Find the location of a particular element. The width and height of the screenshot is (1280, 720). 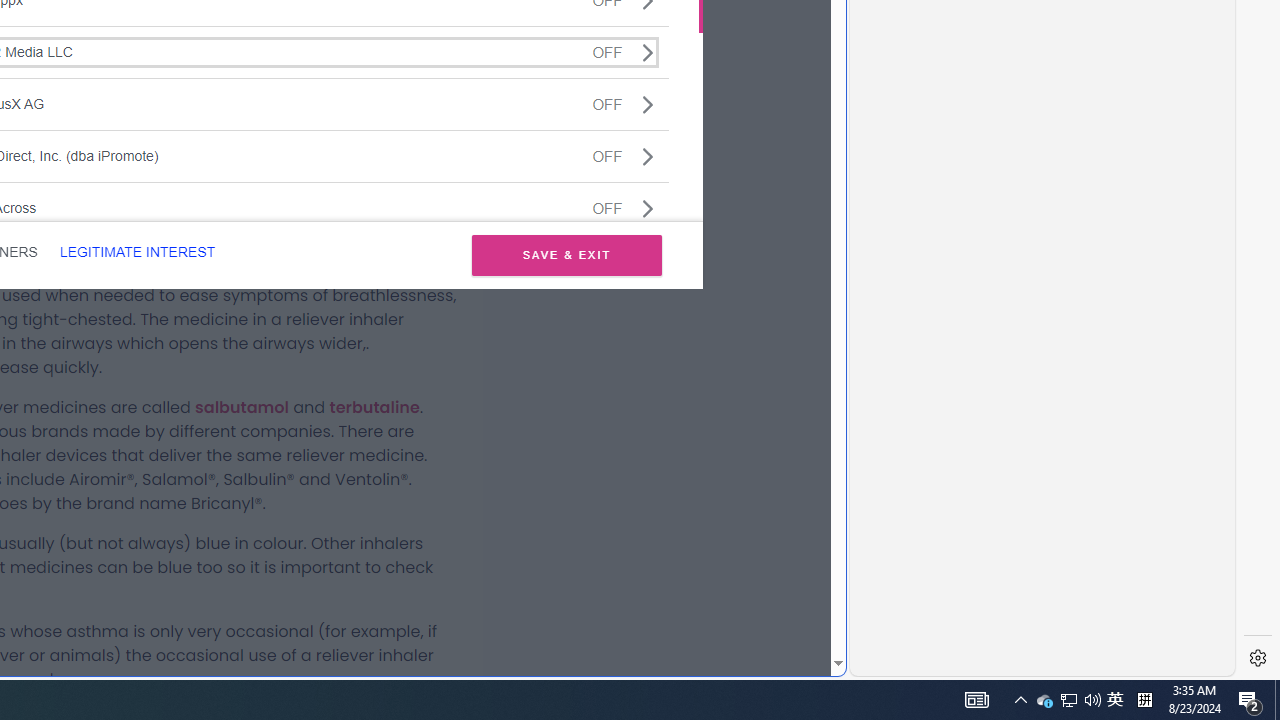

'Settings' is located at coordinates (1257, 658).